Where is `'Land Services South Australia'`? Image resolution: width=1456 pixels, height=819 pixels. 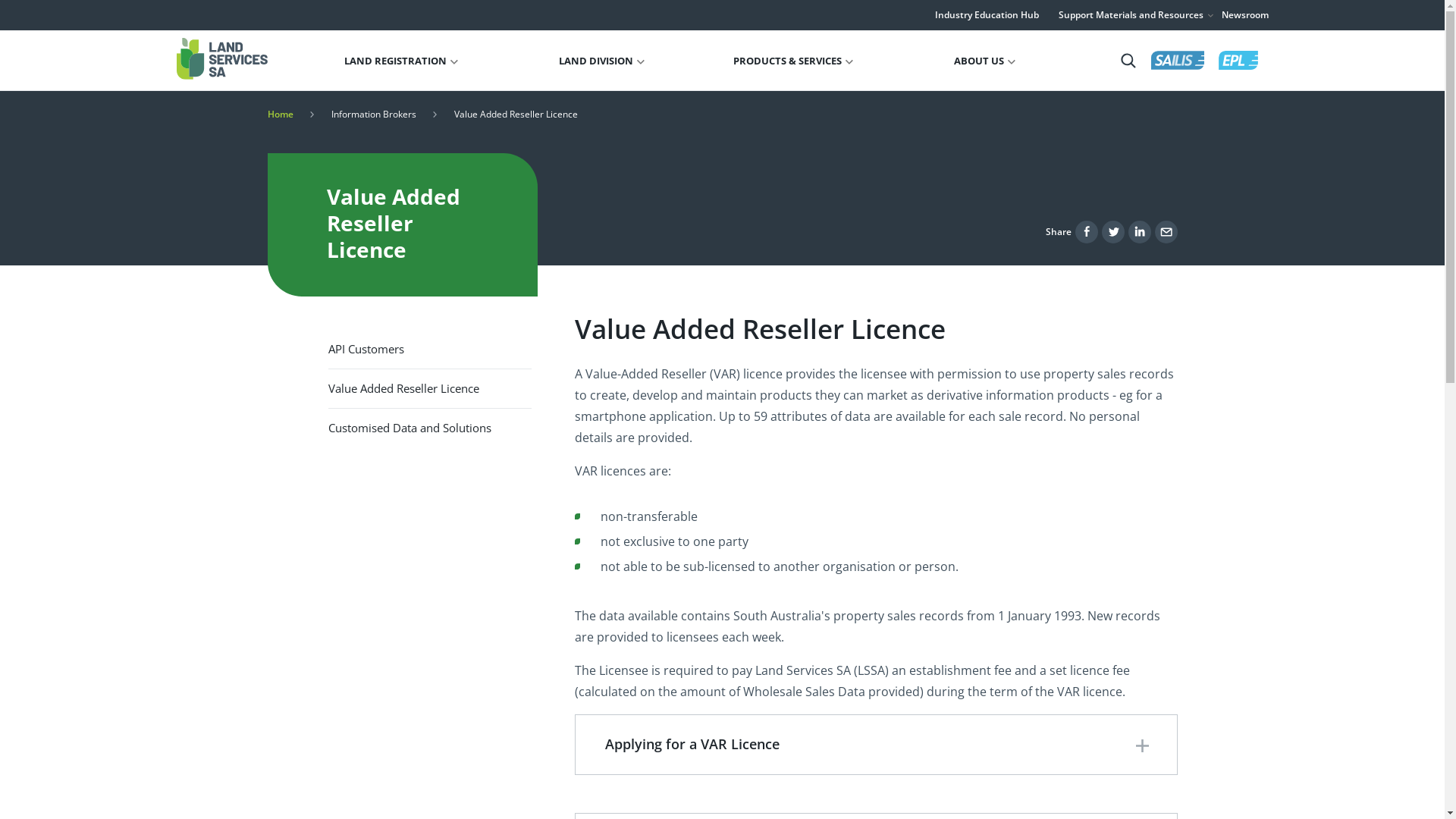 'Land Services South Australia' is located at coordinates (221, 58).